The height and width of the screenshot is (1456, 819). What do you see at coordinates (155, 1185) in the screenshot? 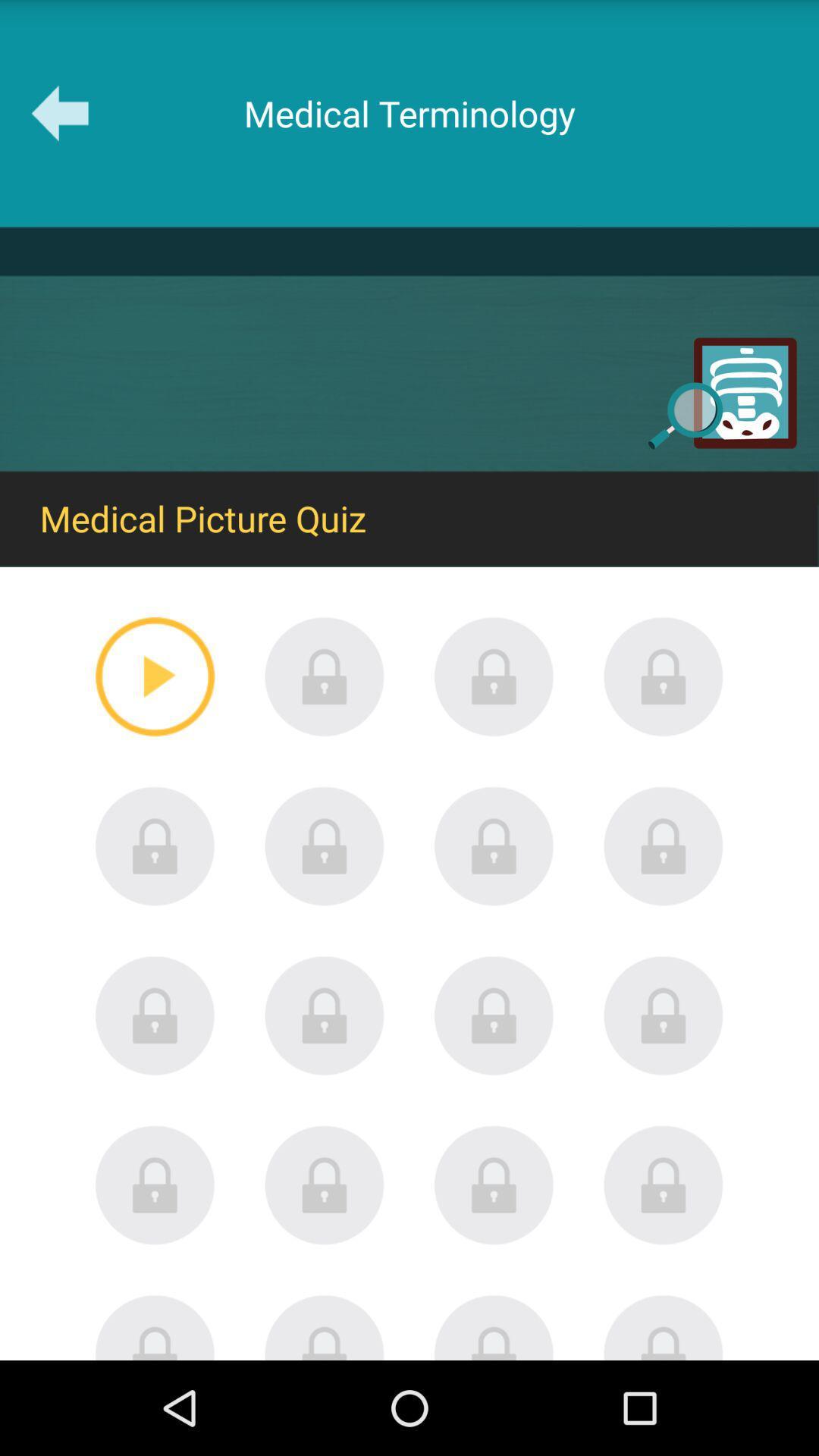
I see `the lock image of 1st column 4th row` at bounding box center [155, 1185].